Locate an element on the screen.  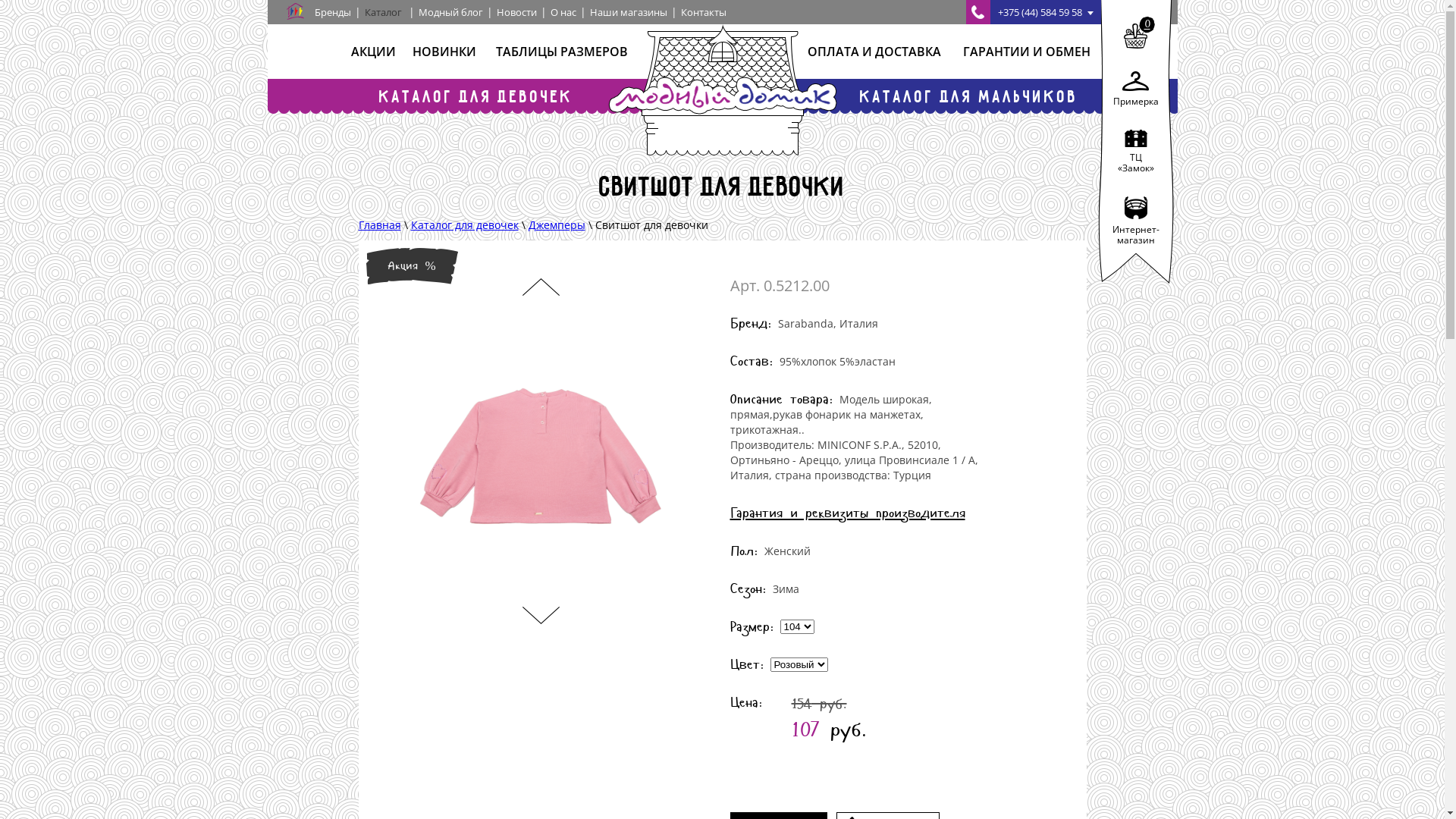
'+375 (44) 584 59 58' is located at coordinates (1033, 11).